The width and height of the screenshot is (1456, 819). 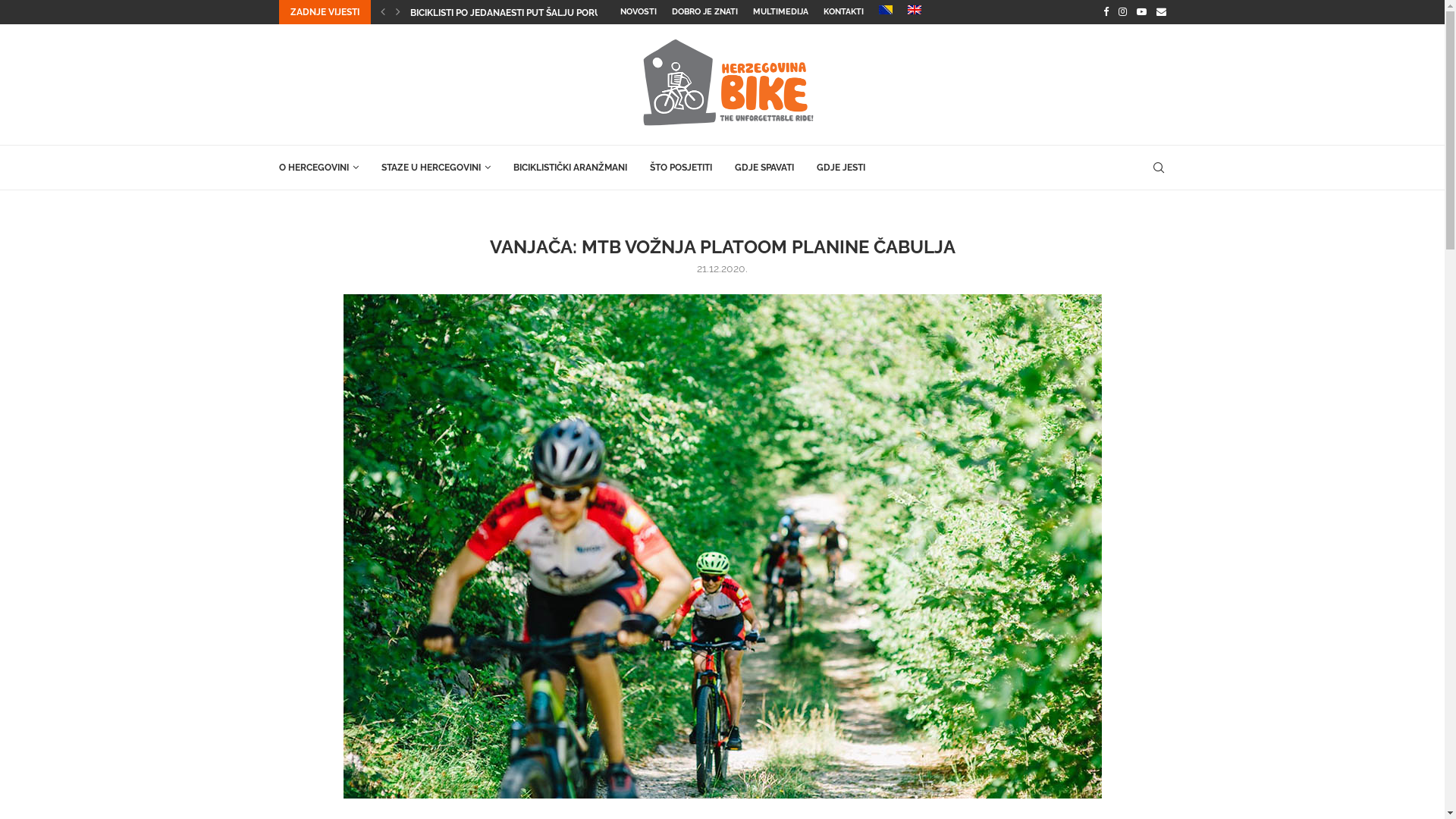 I want to click on 'STAZE U HERCEGOVINI', so click(x=435, y=167).